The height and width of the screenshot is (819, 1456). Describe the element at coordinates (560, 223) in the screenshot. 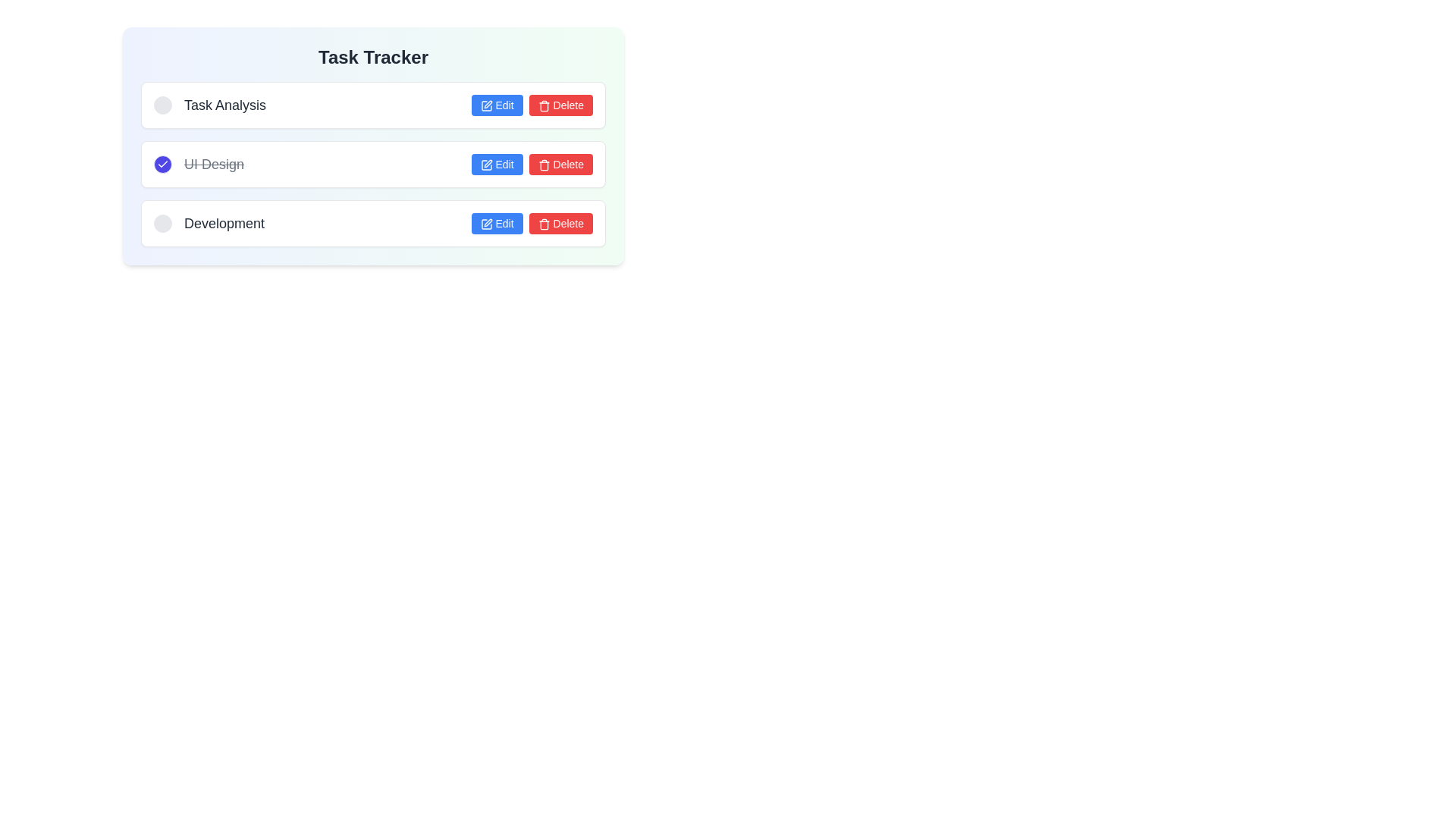

I see `the 'Delete' button located in the third row of the task tracker interface` at that location.